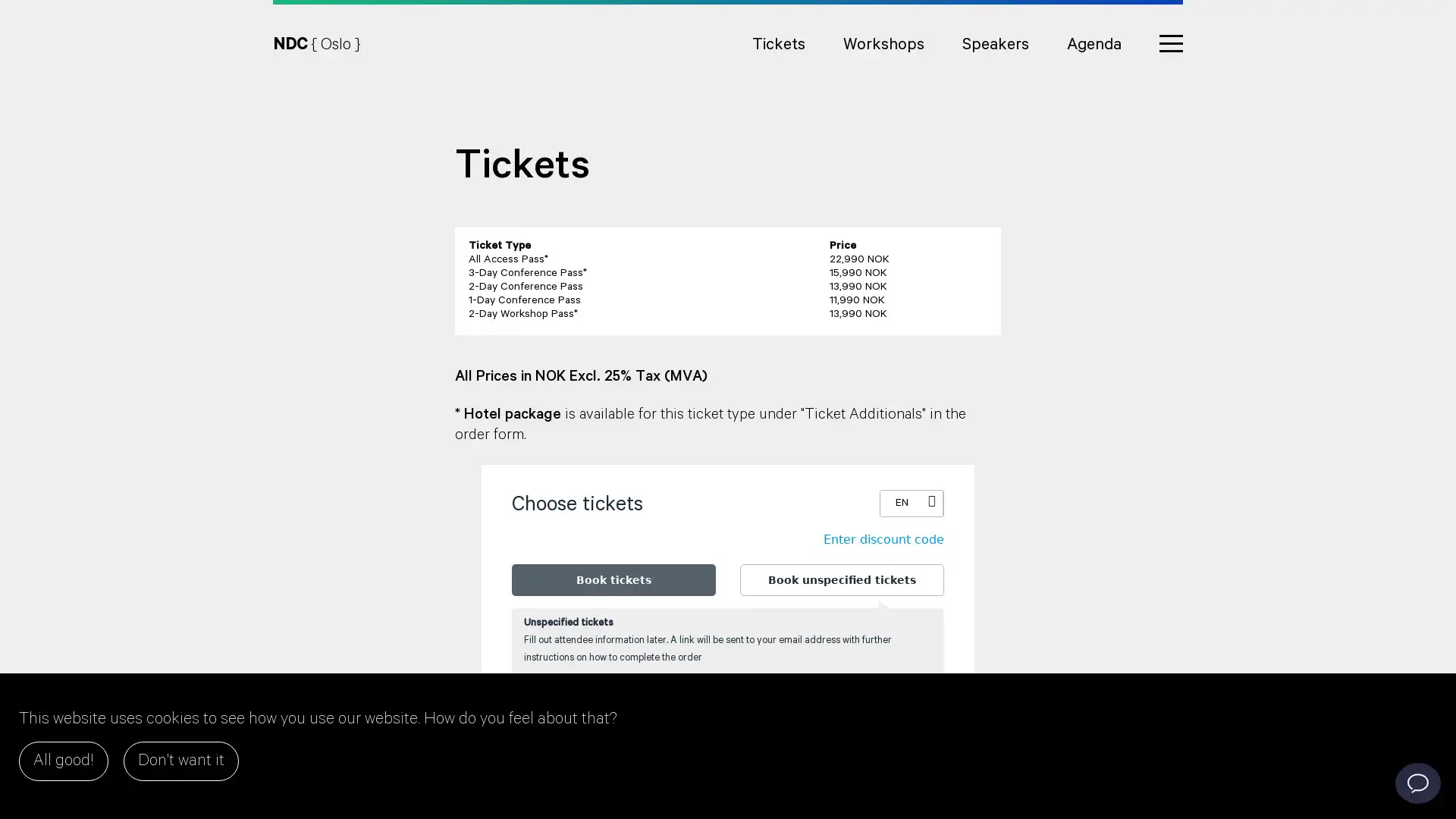 This screenshot has width=1456, height=819. What do you see at coordinates (866, 726) in the screenshot?
I see `Remove one ticket` at bounding box center [866, 726].